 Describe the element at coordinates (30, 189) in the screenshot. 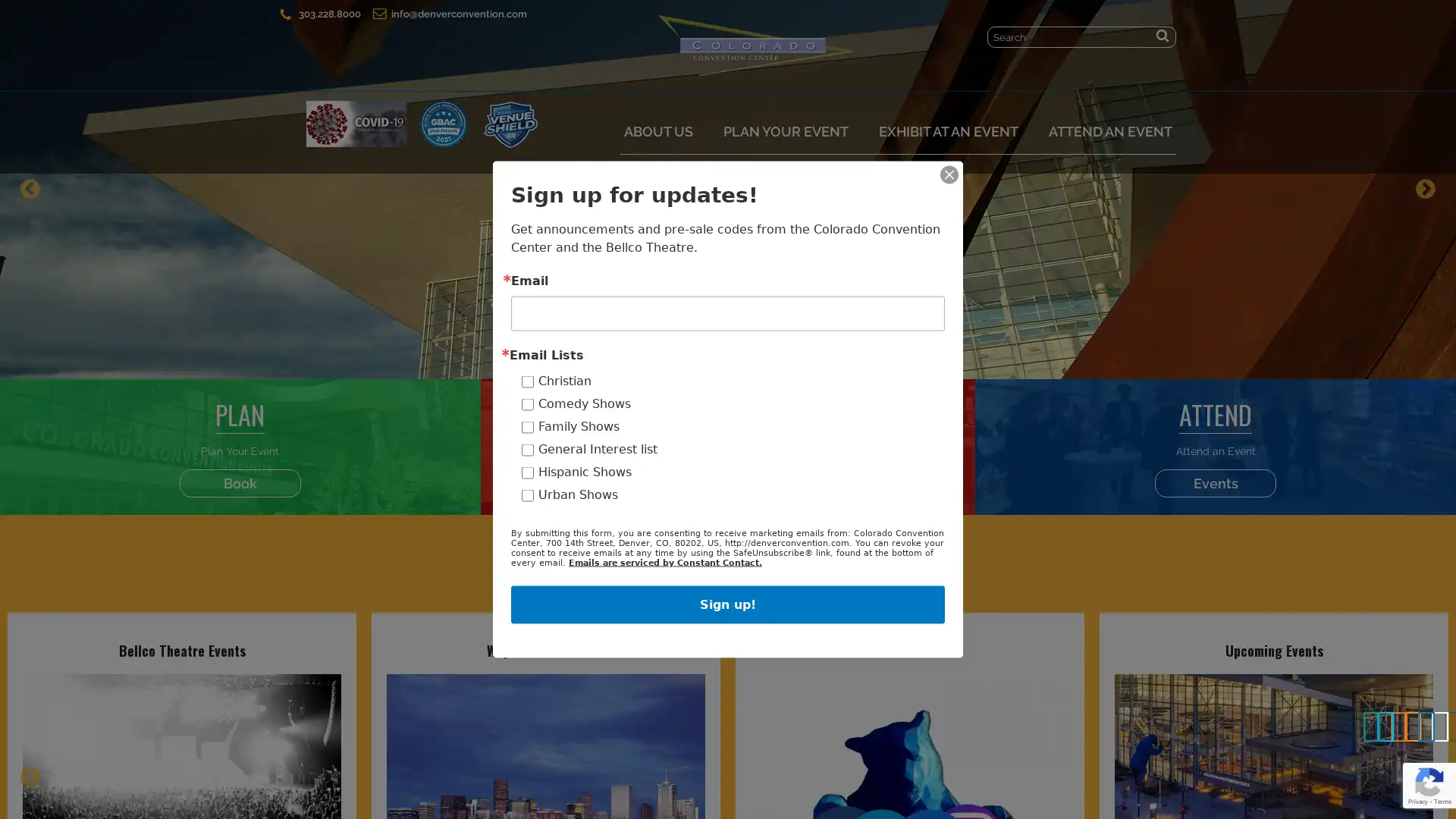

I see `Previous` at that location.